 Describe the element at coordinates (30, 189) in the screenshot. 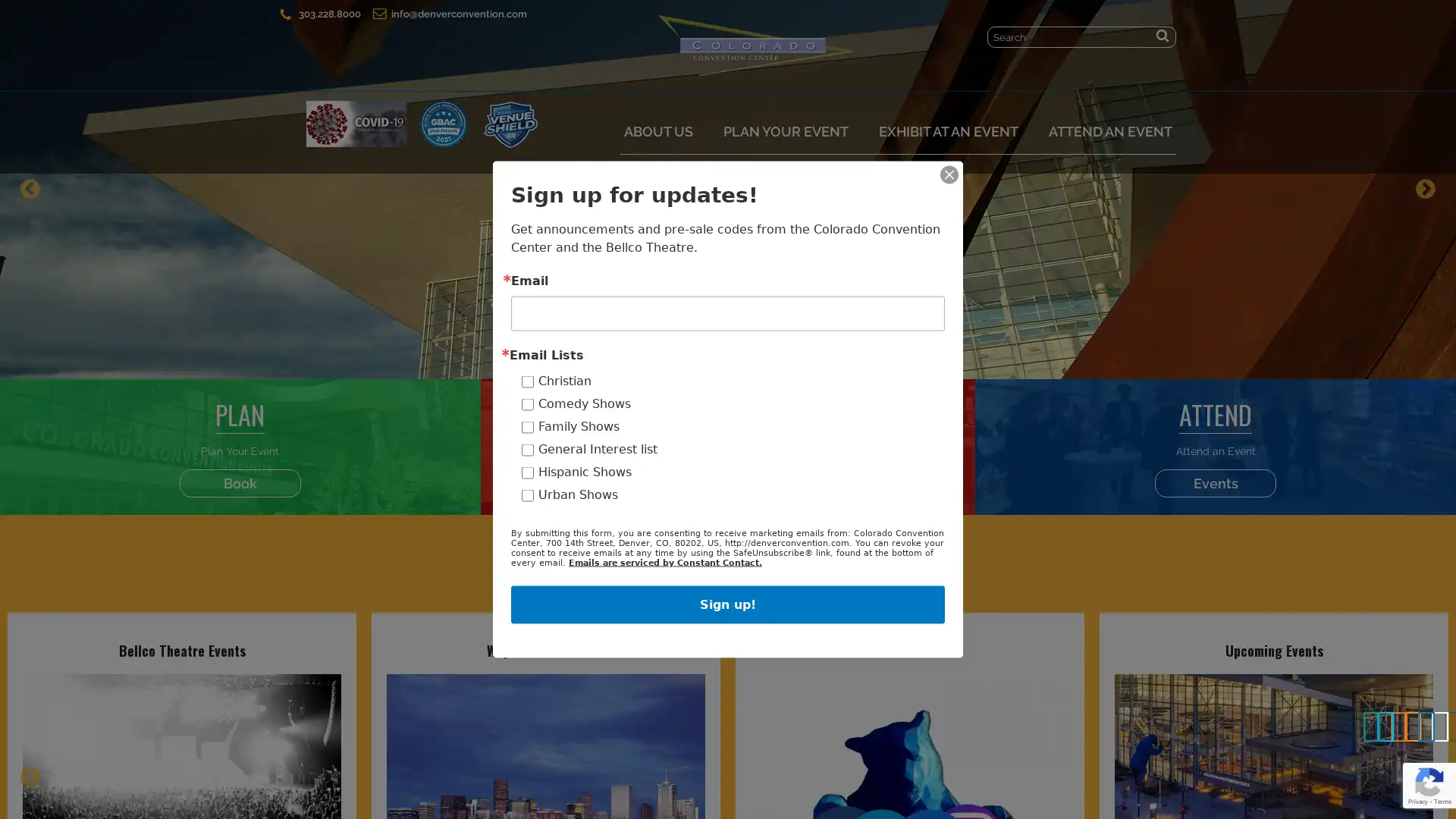

I see `Previous` at that location.